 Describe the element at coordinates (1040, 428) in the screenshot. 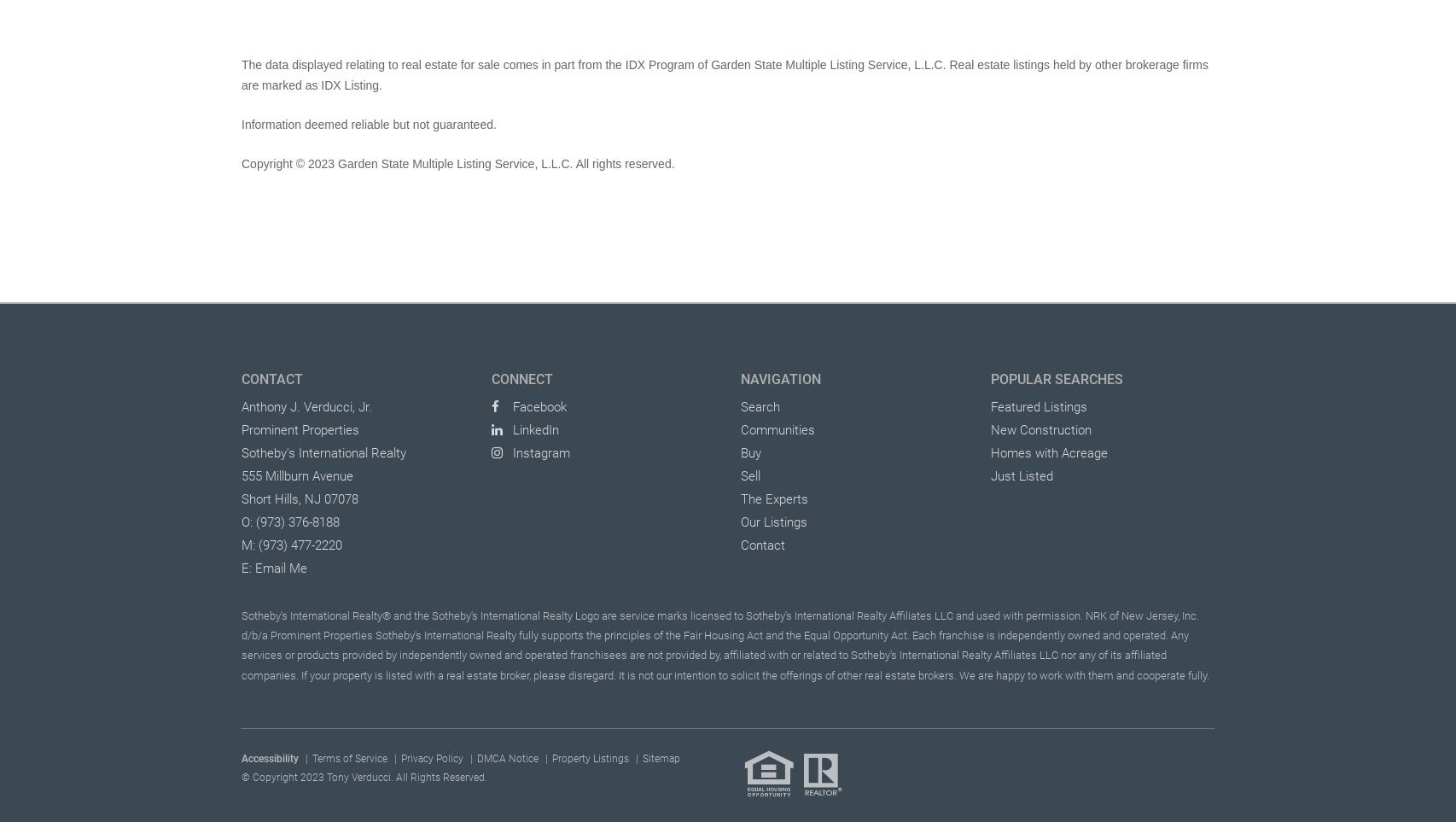

I see `'New Construction'` at that location.